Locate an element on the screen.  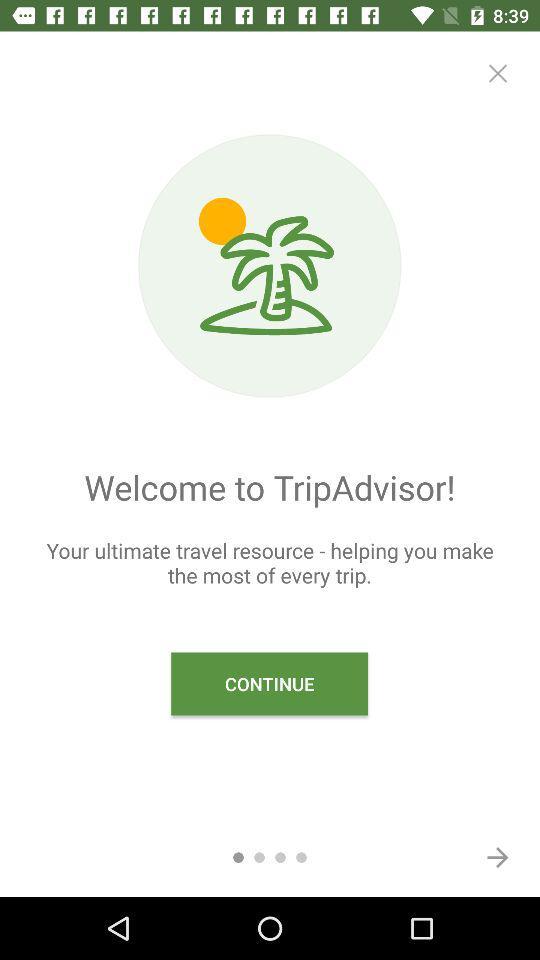
the item below the your ultimate travel item is located at coordinates (496, 856).